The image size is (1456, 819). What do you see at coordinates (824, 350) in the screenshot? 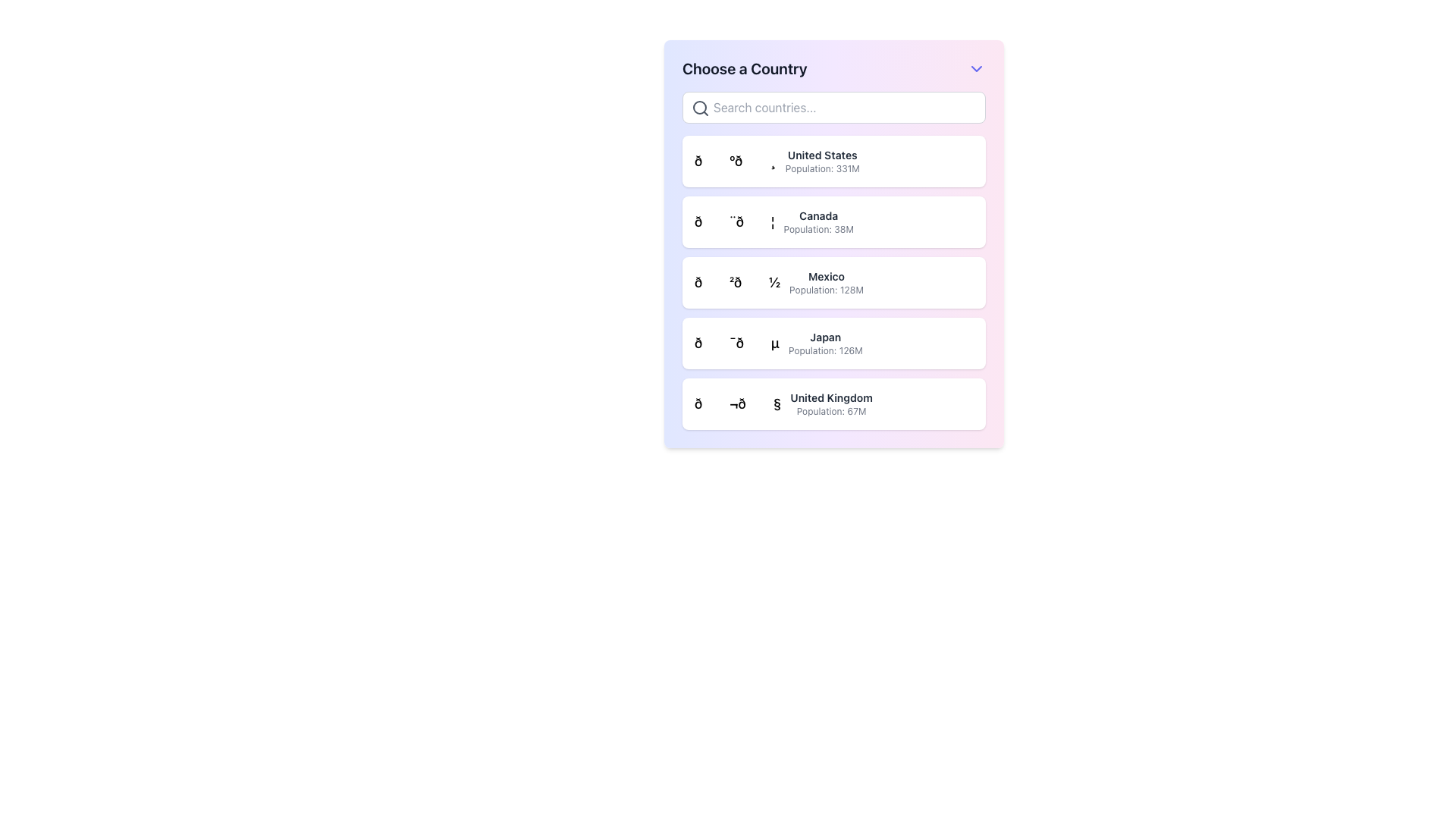
I see `the text label displaying 'Population: 126M' located under the main title 'Japan' in the fourth entry of the list` at bounding box center [824, 350].